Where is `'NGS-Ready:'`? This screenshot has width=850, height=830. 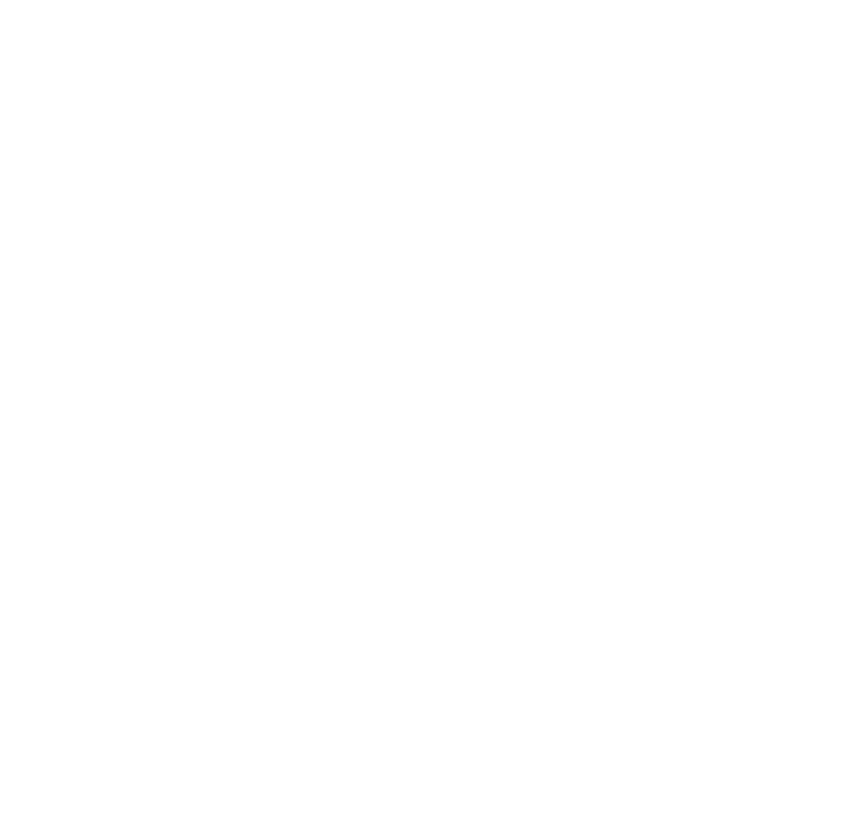
'NGS-Ready:' is located at coordinates (179, 670).